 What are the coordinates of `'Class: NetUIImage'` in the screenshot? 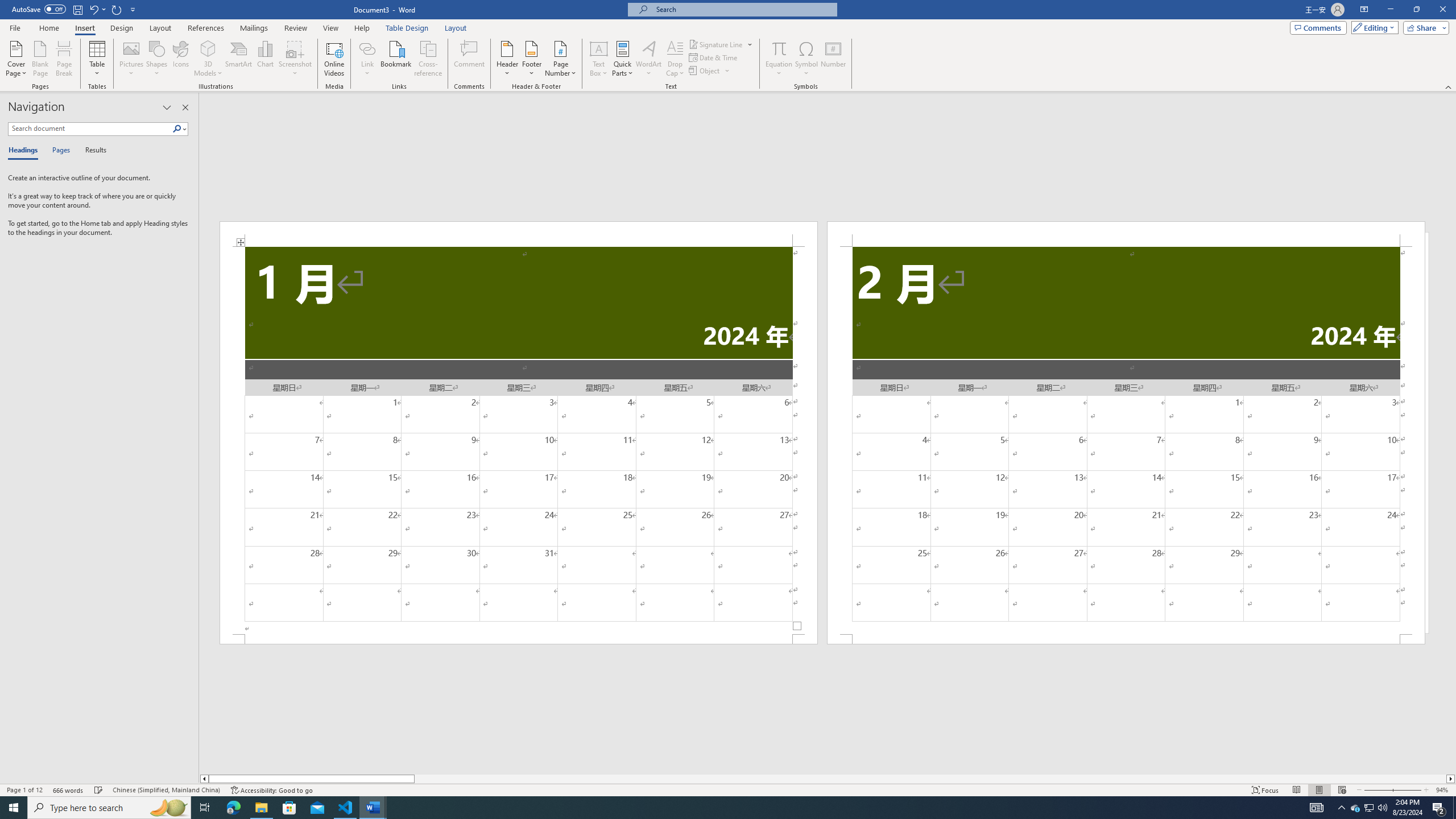 It's located at (177, 128).